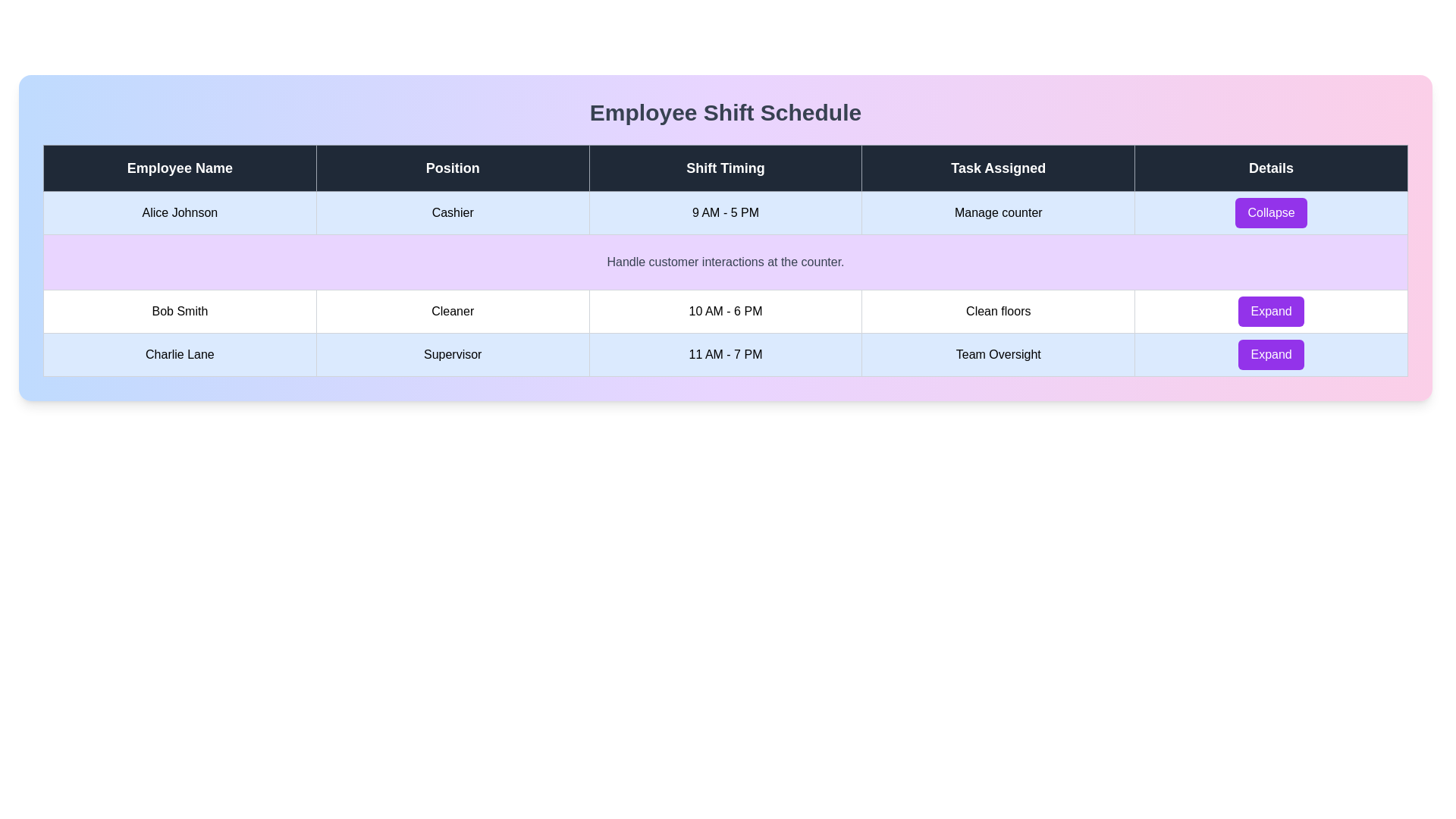  I want to click on the rightmost header label of the table that indicates details or actions related to the table's rows, located in the header row at the top-right corner of the visible table layout, so click(1271, 168).